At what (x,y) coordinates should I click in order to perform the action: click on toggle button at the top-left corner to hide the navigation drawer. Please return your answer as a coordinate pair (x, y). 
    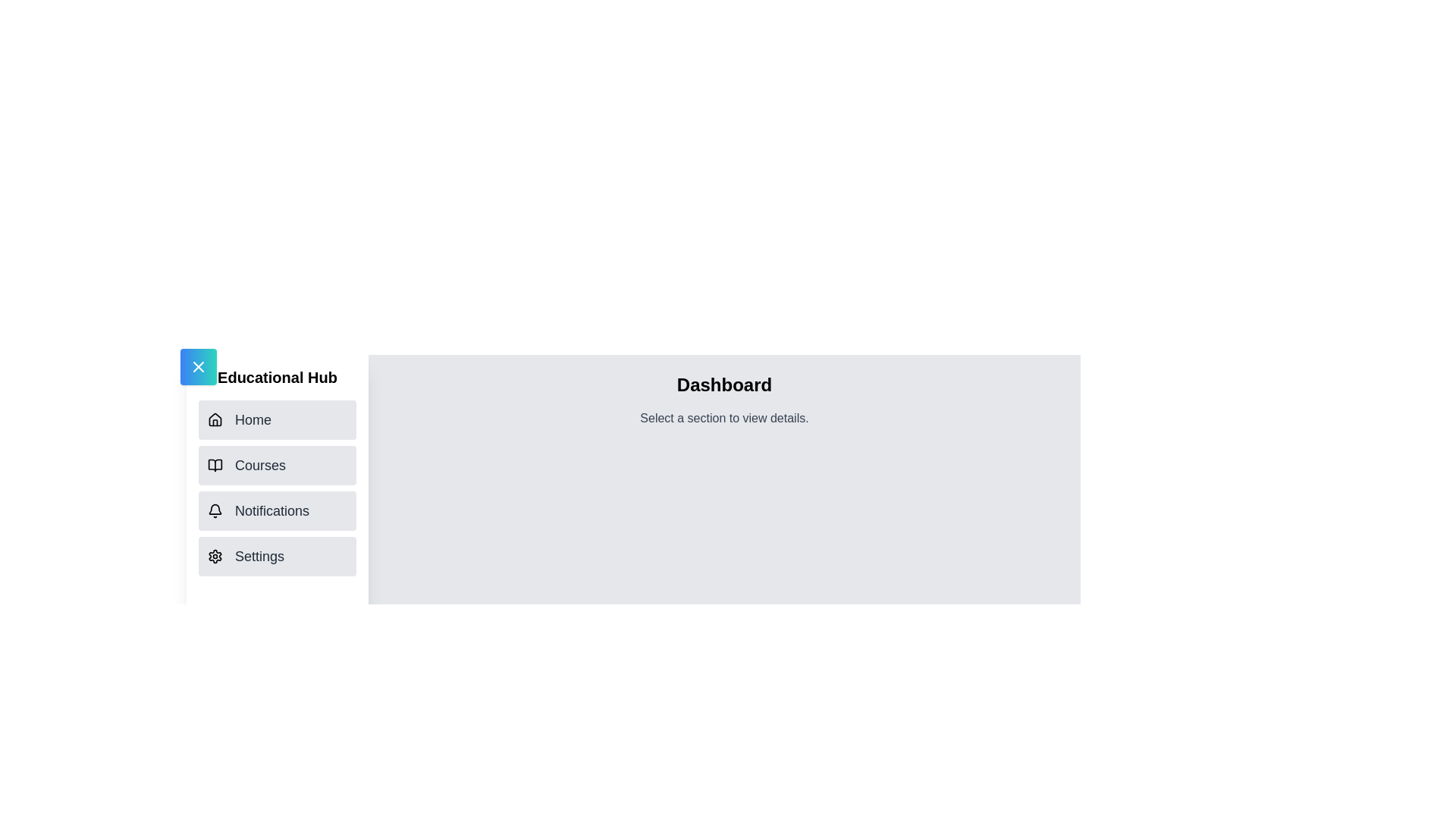
    Looking at the image, I should click on (198, 366).